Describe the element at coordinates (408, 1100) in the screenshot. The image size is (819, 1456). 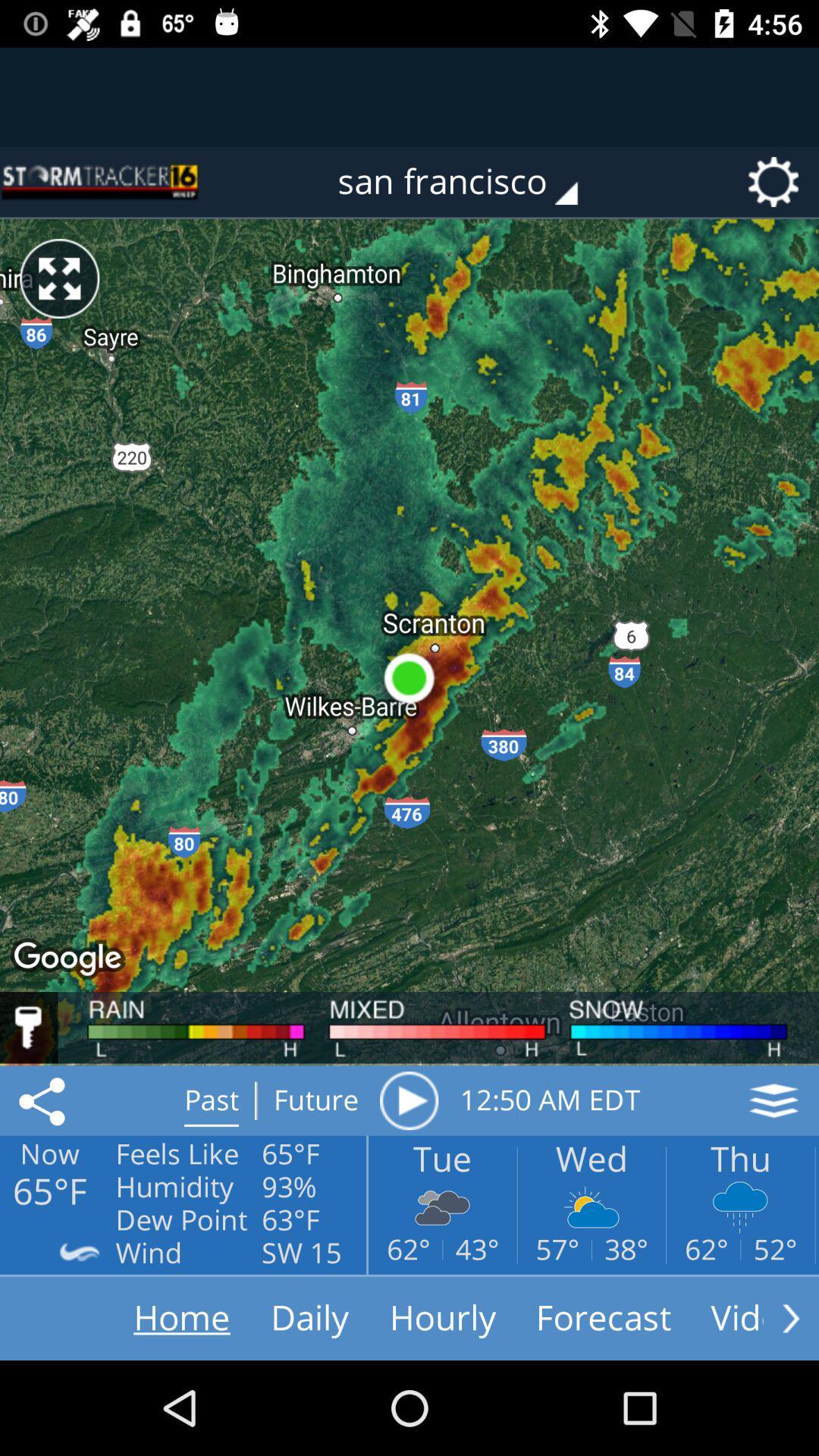
I see `play` at that location.